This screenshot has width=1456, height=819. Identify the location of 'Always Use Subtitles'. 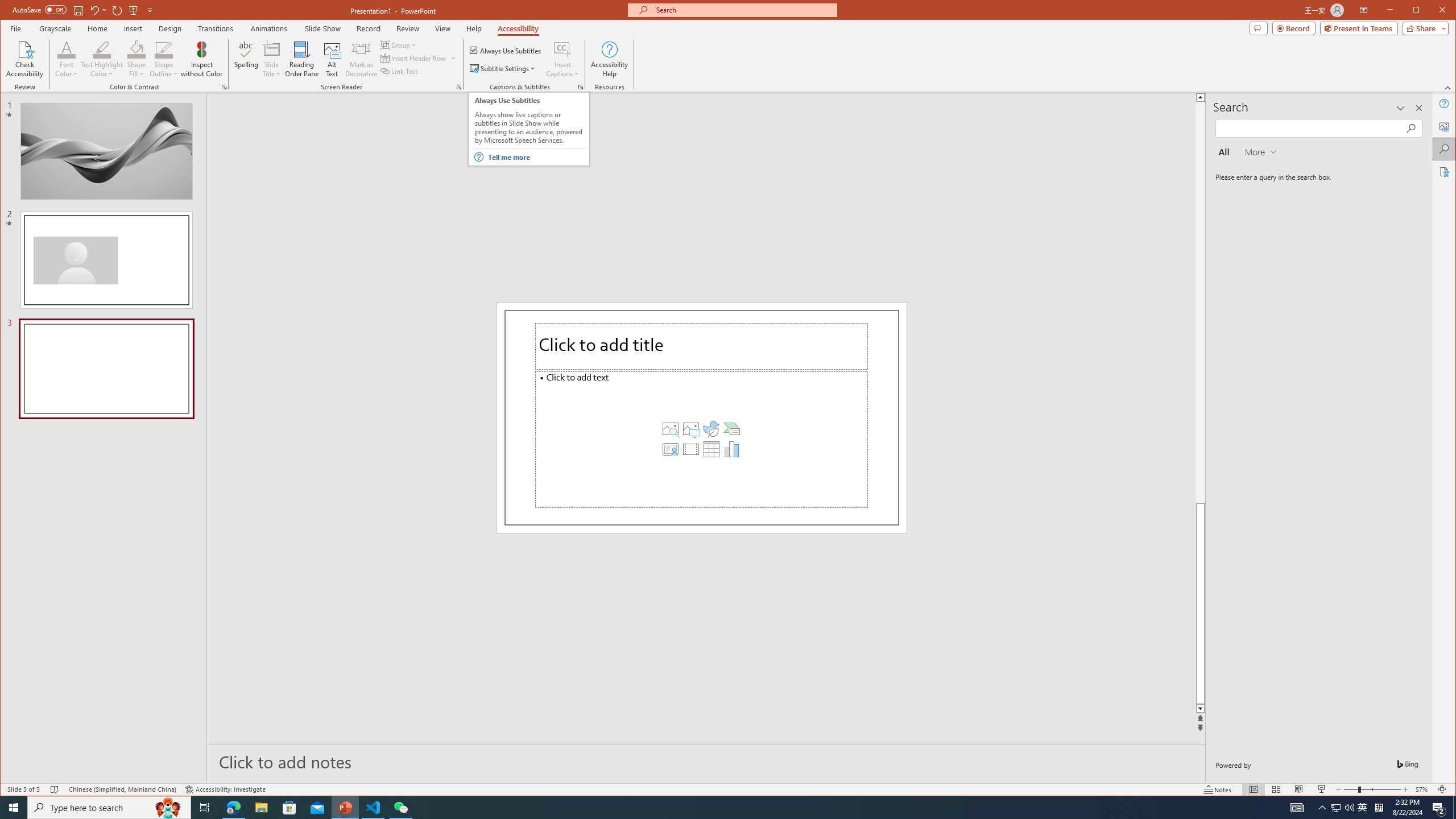
(505, 49).